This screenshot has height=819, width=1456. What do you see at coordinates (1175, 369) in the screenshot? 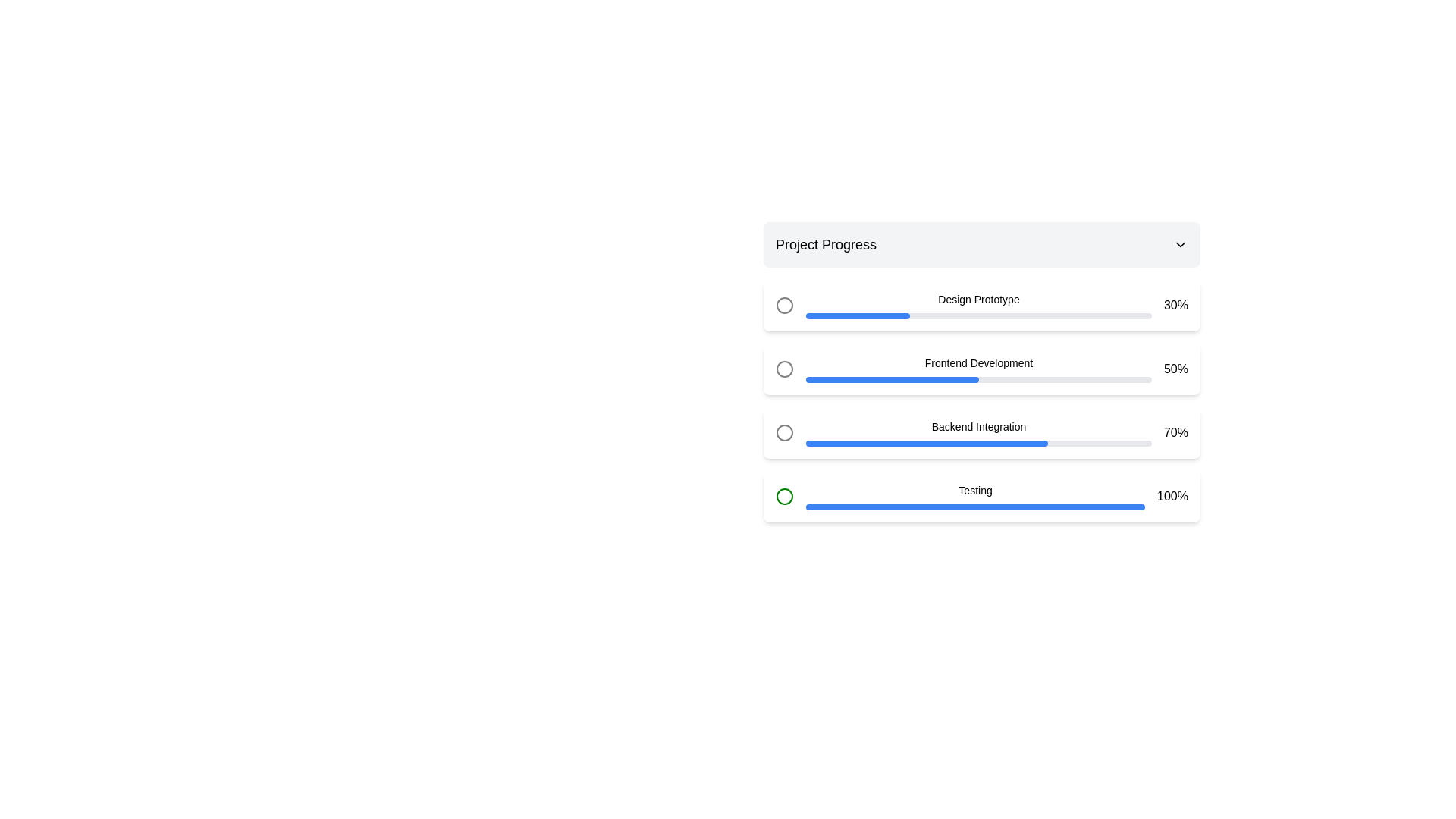
I see `text label displaying '50%' which is styled with a clean, sans-serif font and is located adjacent to the progress bar for 'Frontend Development'` at bounding box center [1175, 369].